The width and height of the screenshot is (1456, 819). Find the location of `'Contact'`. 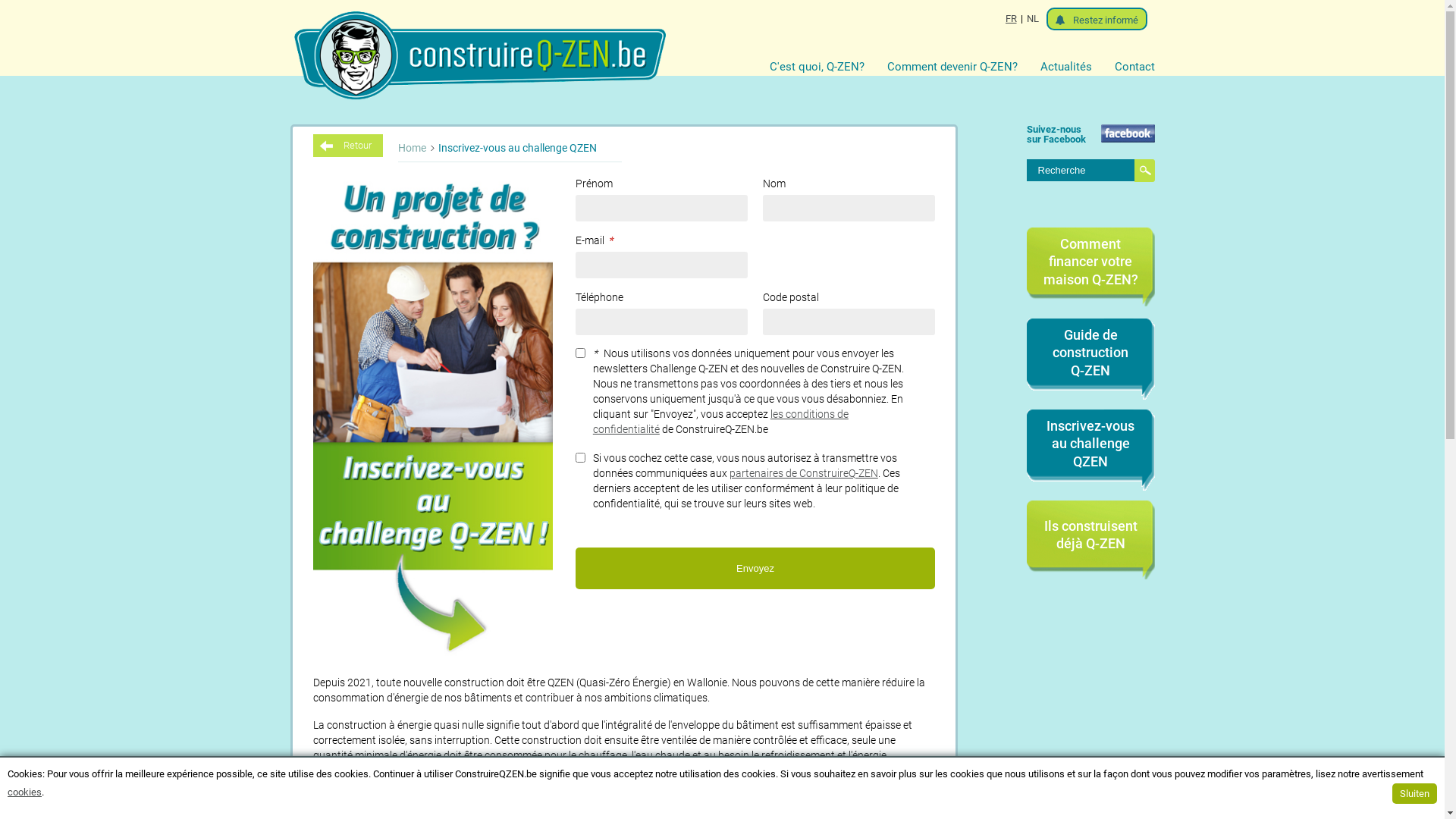

'Contact' is located at coordinates (1134, 66).